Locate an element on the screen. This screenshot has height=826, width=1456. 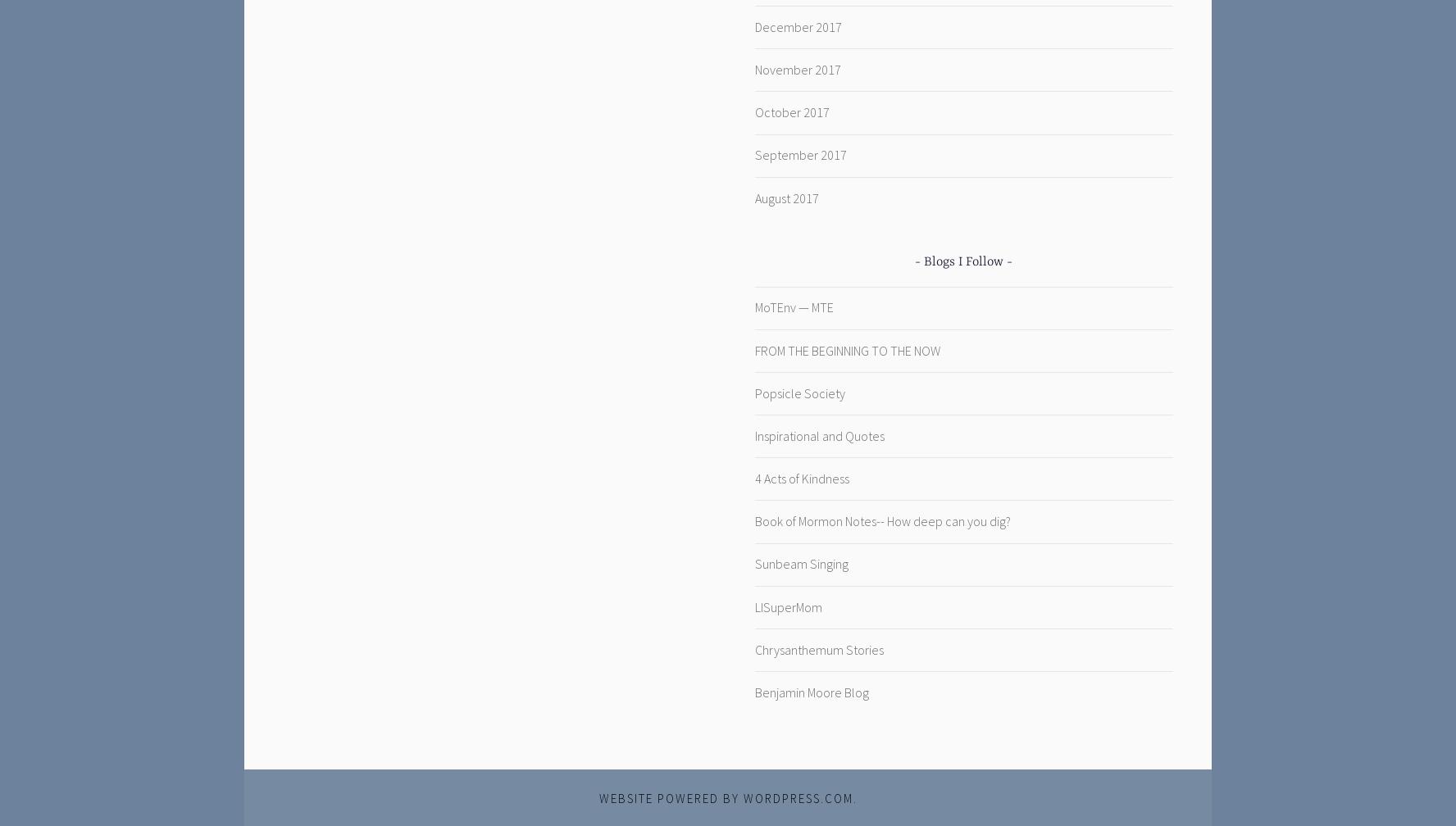
'MoTEnv — MTE' is located at coordinates (793, 306).